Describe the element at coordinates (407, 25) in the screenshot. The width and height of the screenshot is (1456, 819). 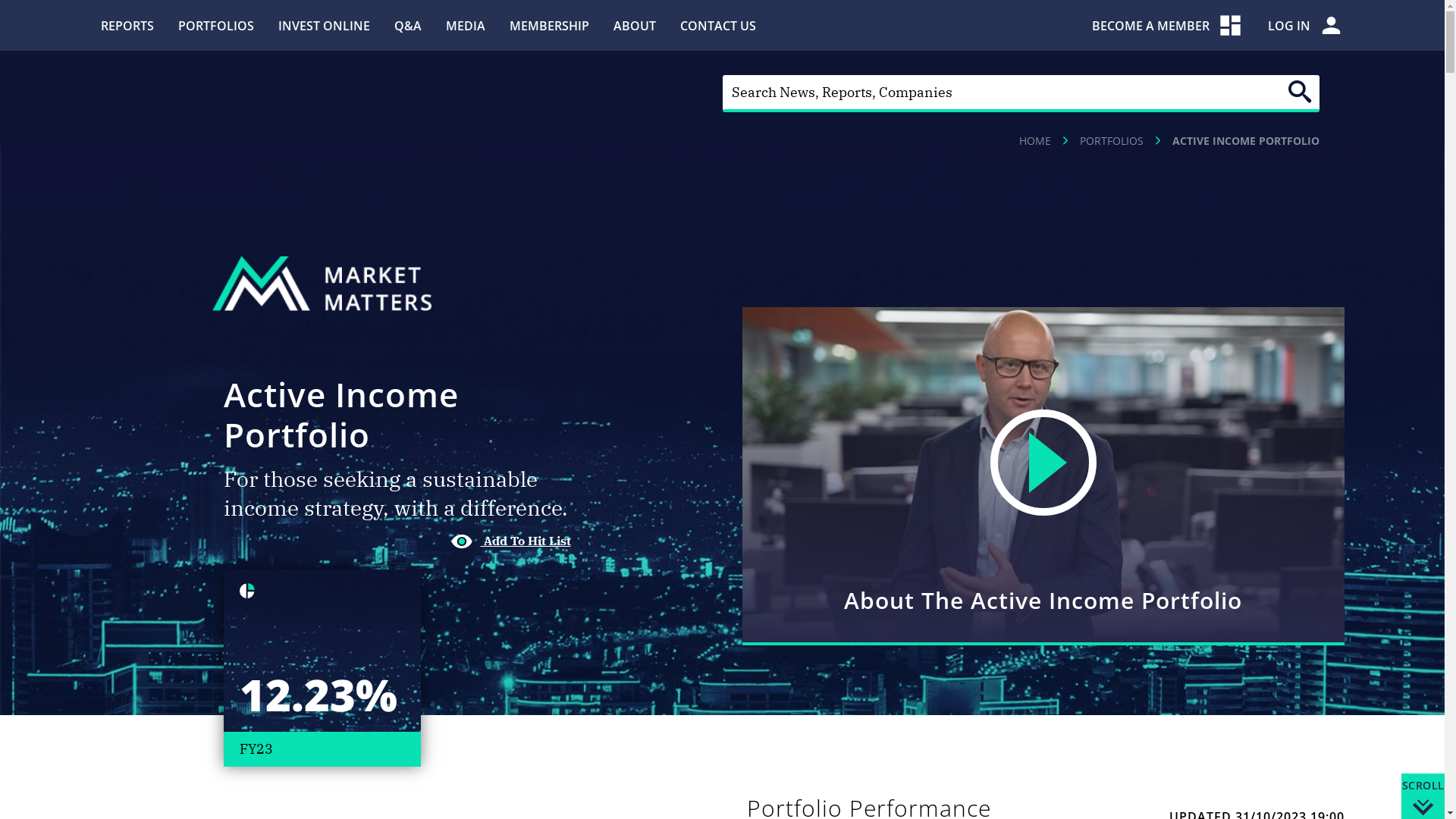
I see `'Q&A'` at that location.